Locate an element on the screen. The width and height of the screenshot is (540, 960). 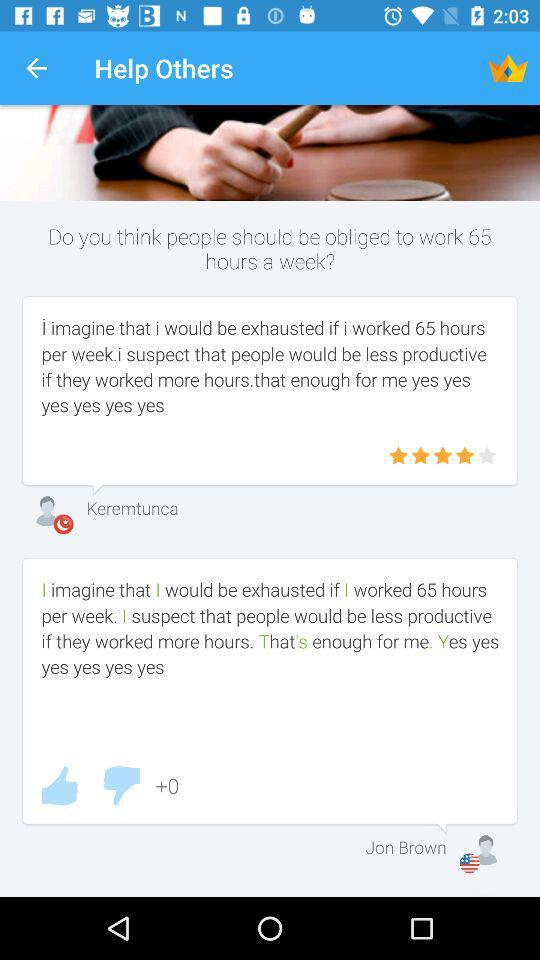
the app next to help others item is located at coordinates (36, 68).